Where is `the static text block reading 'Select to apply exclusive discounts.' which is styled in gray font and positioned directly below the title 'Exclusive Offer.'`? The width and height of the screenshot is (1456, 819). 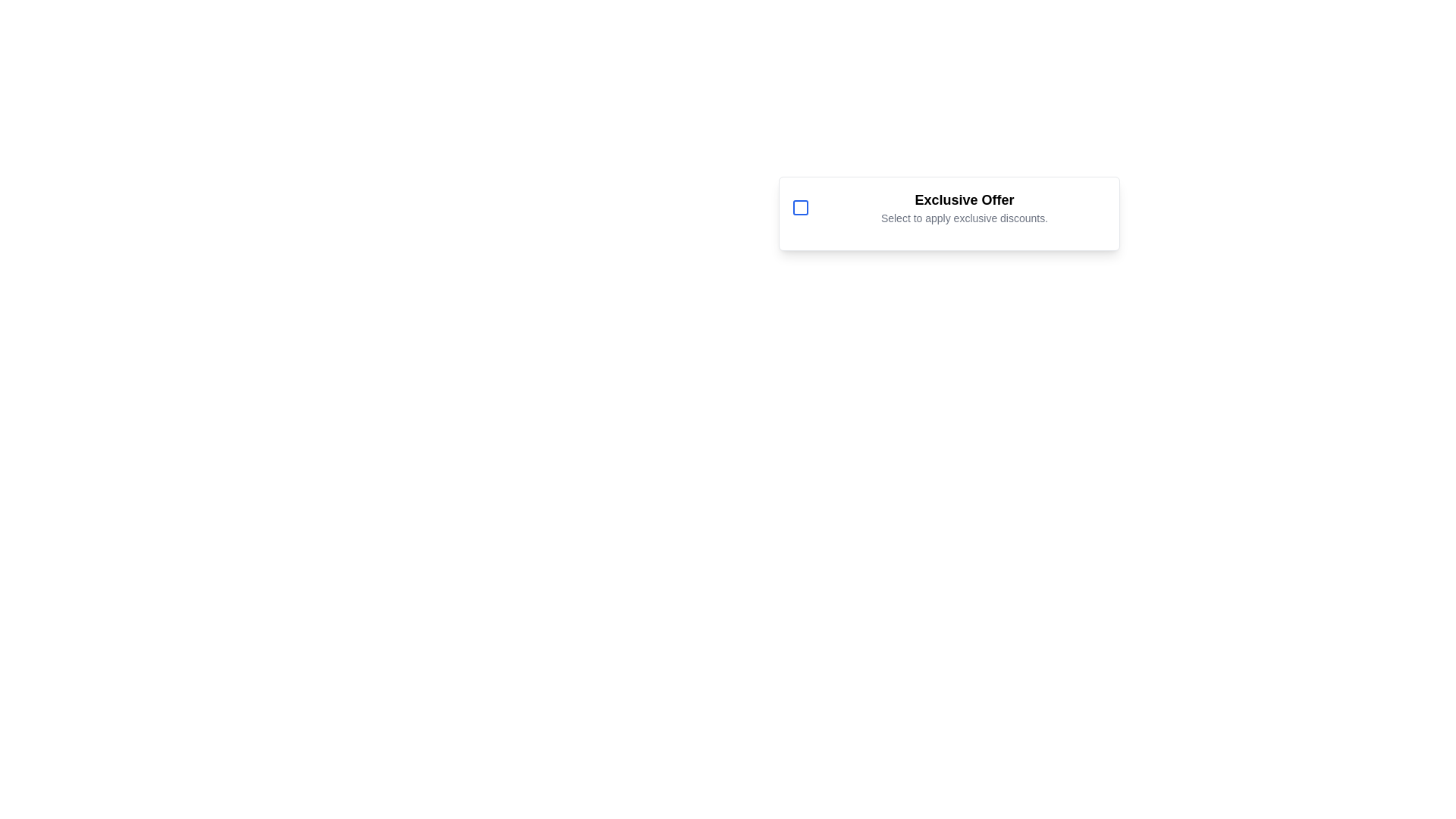
the static text block reading 'Select to apply exclusive discounts.' which is styled in gray font and positioned directly below the title 'Exclusive Offer.' is located at coordinates (964, 218).